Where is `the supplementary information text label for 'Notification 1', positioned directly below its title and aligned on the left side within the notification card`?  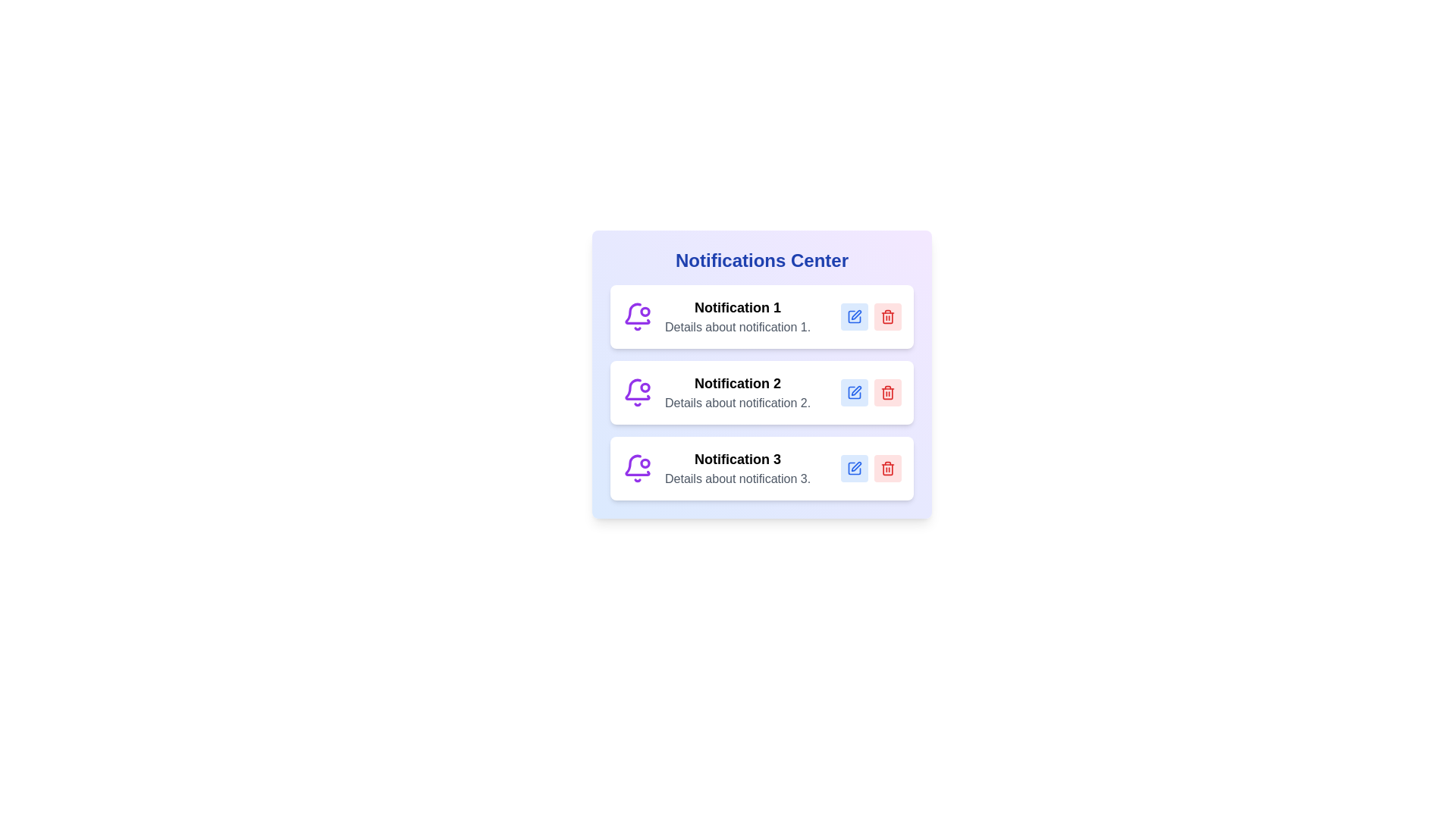 the supplementary information text label for 'Notification 1', positioned directly below its title and aligned on the left side within the notification card is located at coordinates (738, 327).